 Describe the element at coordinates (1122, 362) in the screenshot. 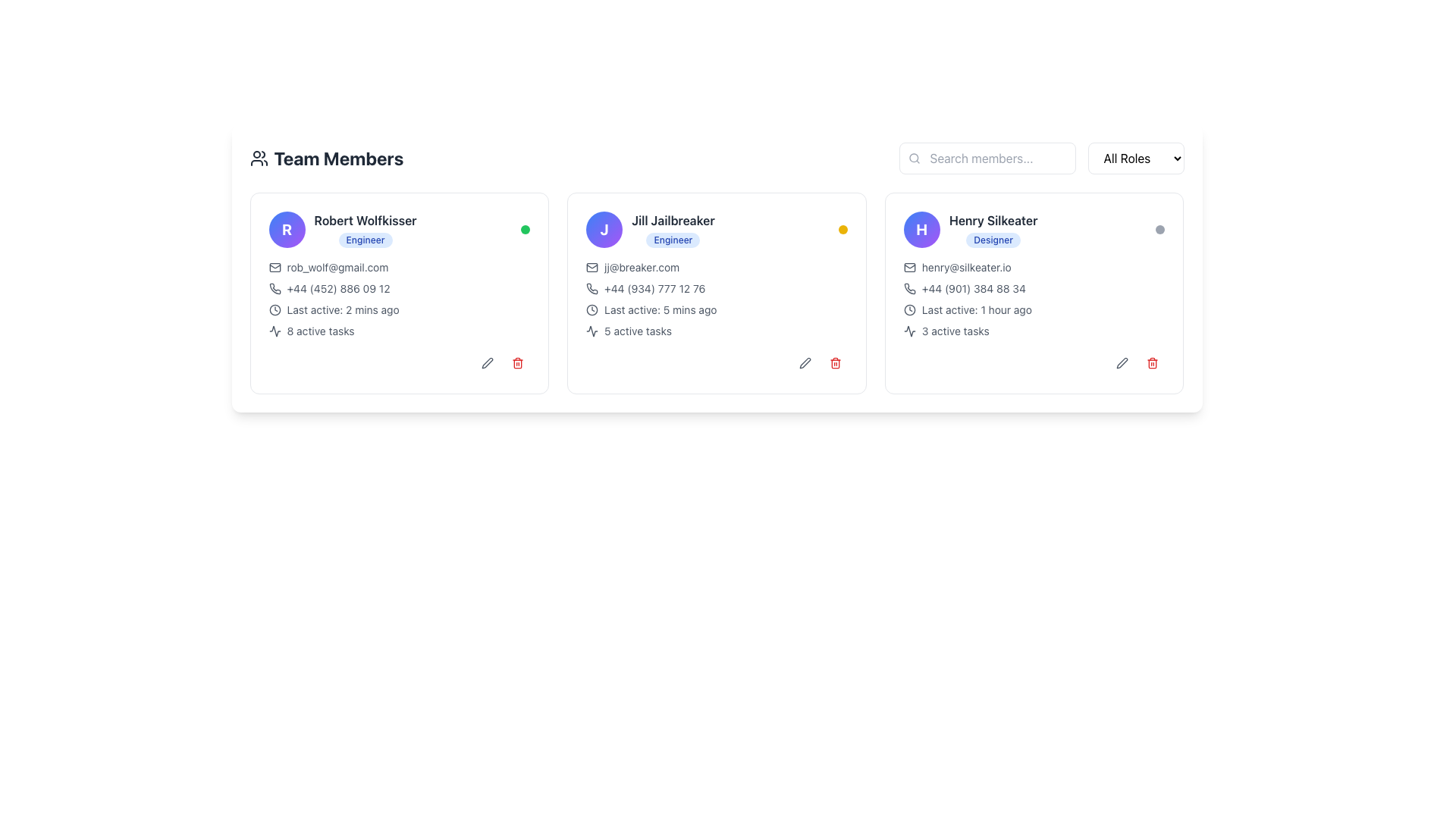

I see `the edit icon located in the bottom-right area of Henry Silkeater's user card to initiate modifications` at that location.